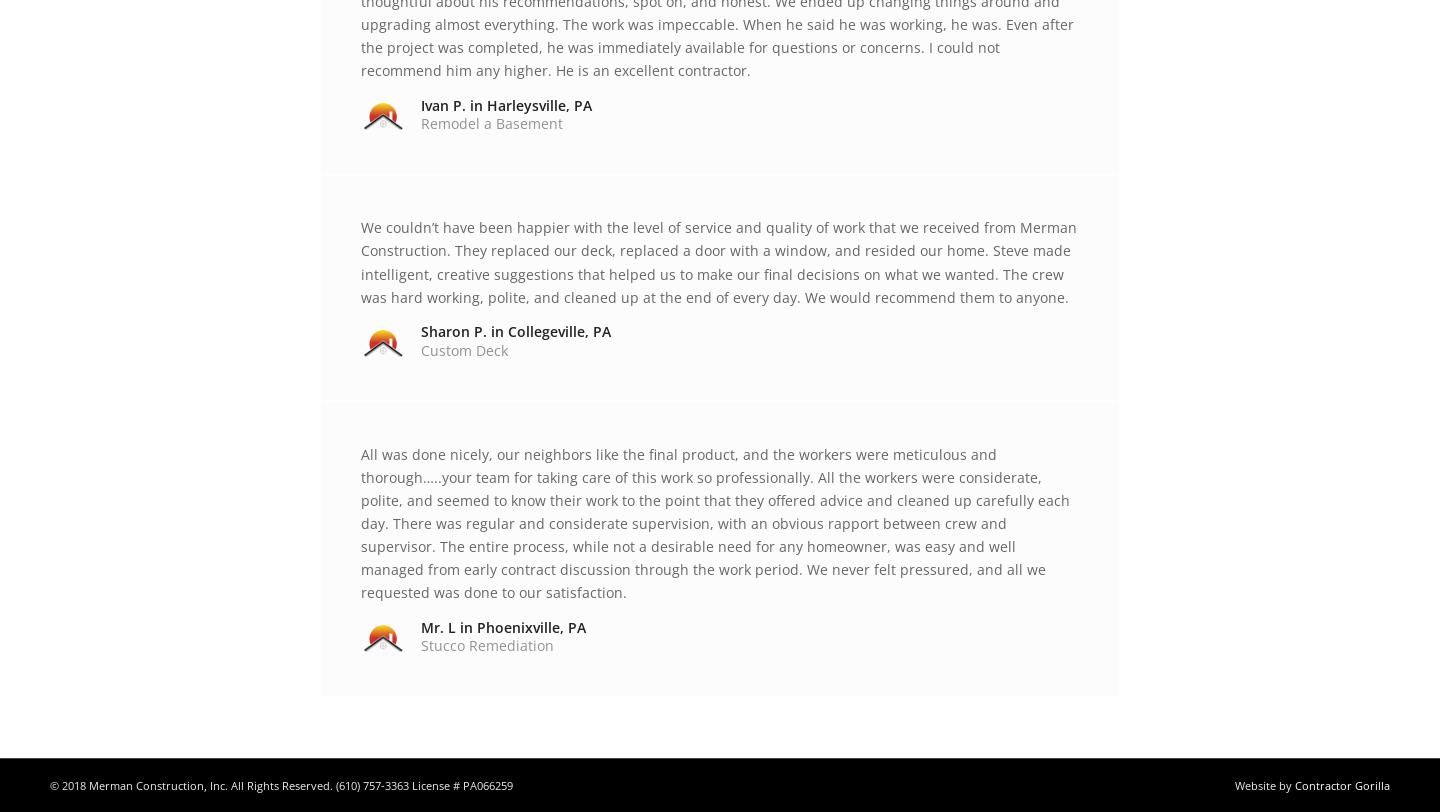 The width and height of the screenshot is (1440, 812). I want to click on 'Custom Deck', so click(464, 349).